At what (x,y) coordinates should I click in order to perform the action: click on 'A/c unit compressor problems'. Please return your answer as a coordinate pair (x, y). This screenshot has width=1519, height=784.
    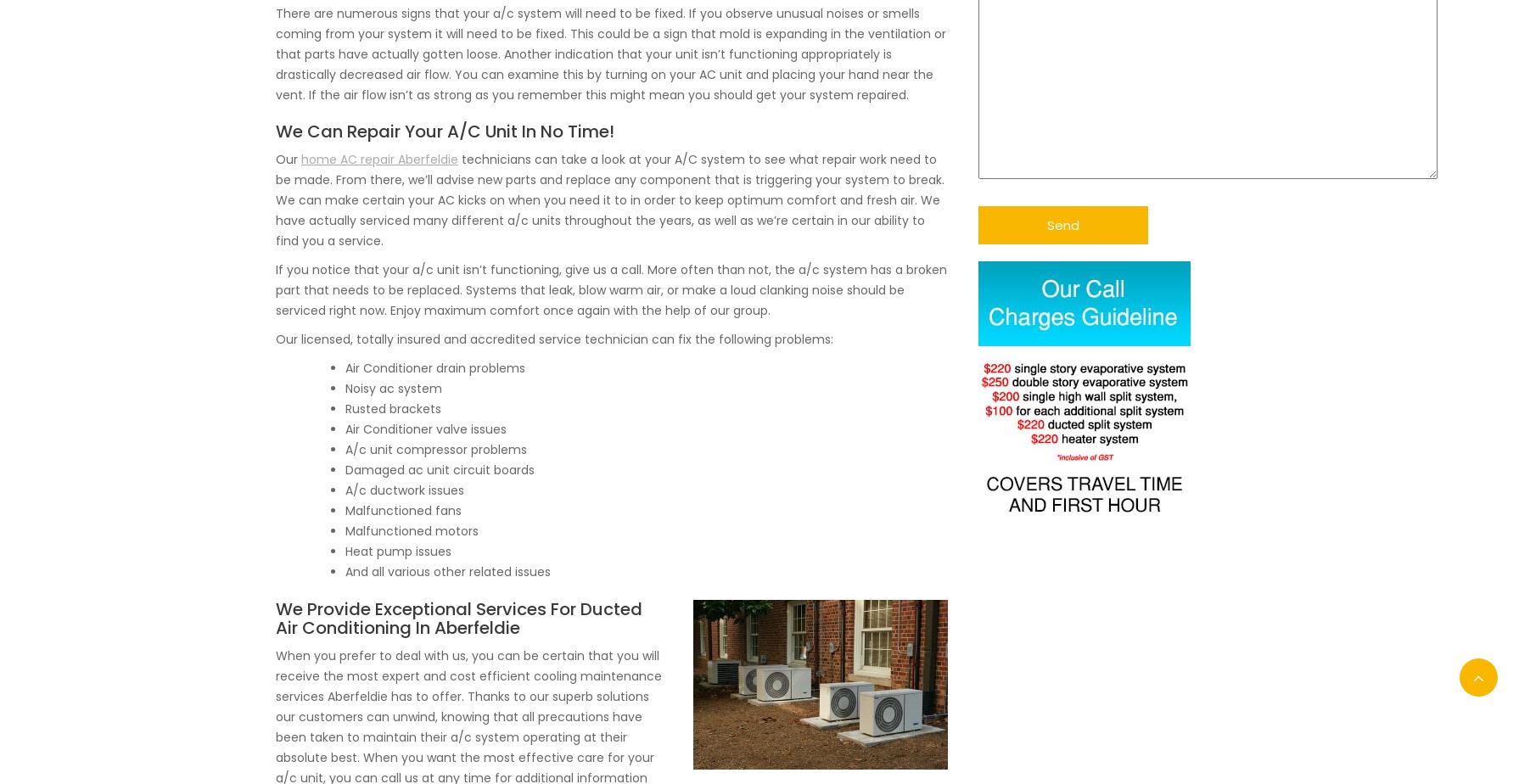
    Looking at the image, I should click on (345, 448).